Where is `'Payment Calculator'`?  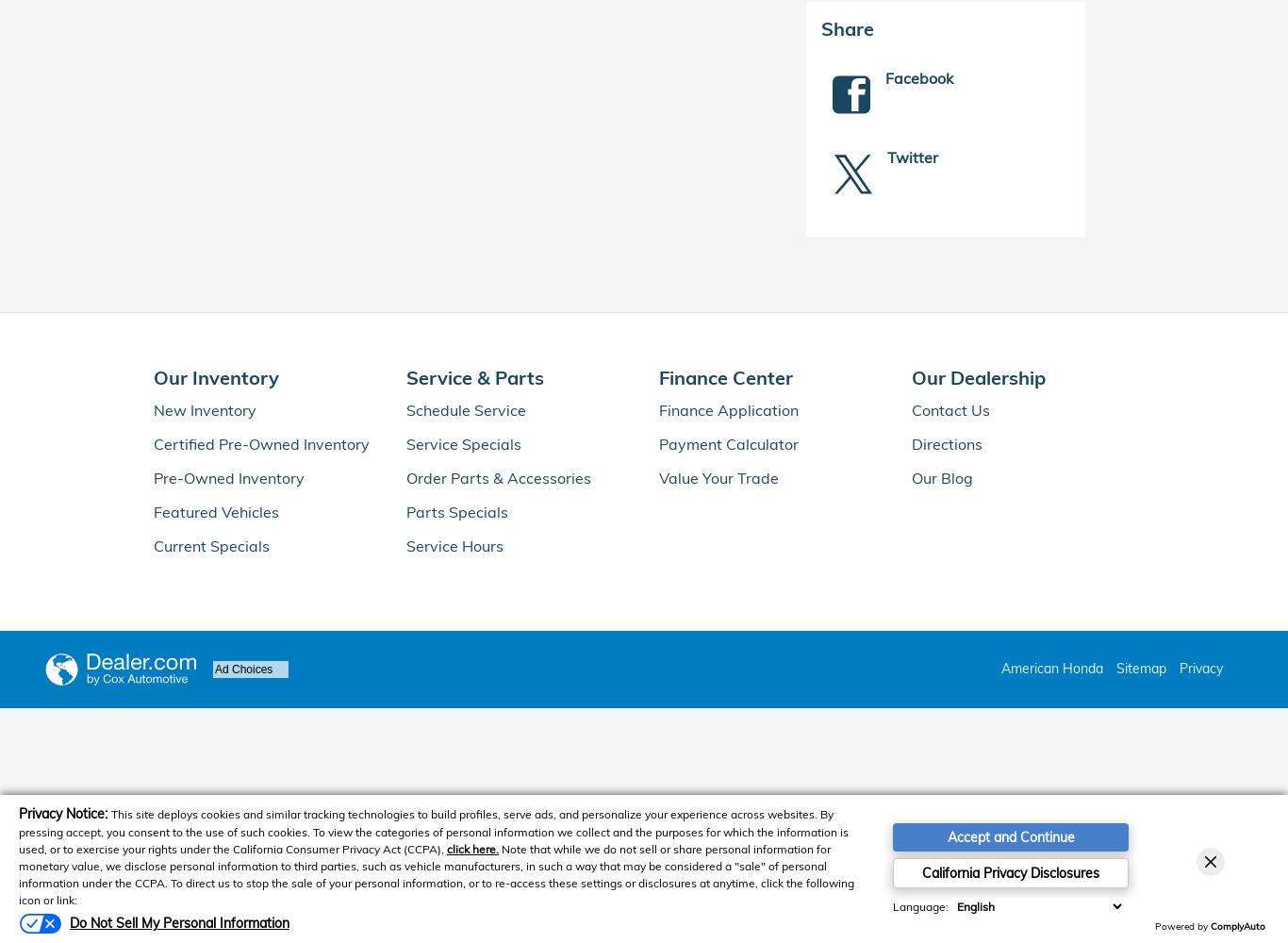
'Payment Calculator' is located at coordinates (658, 442).